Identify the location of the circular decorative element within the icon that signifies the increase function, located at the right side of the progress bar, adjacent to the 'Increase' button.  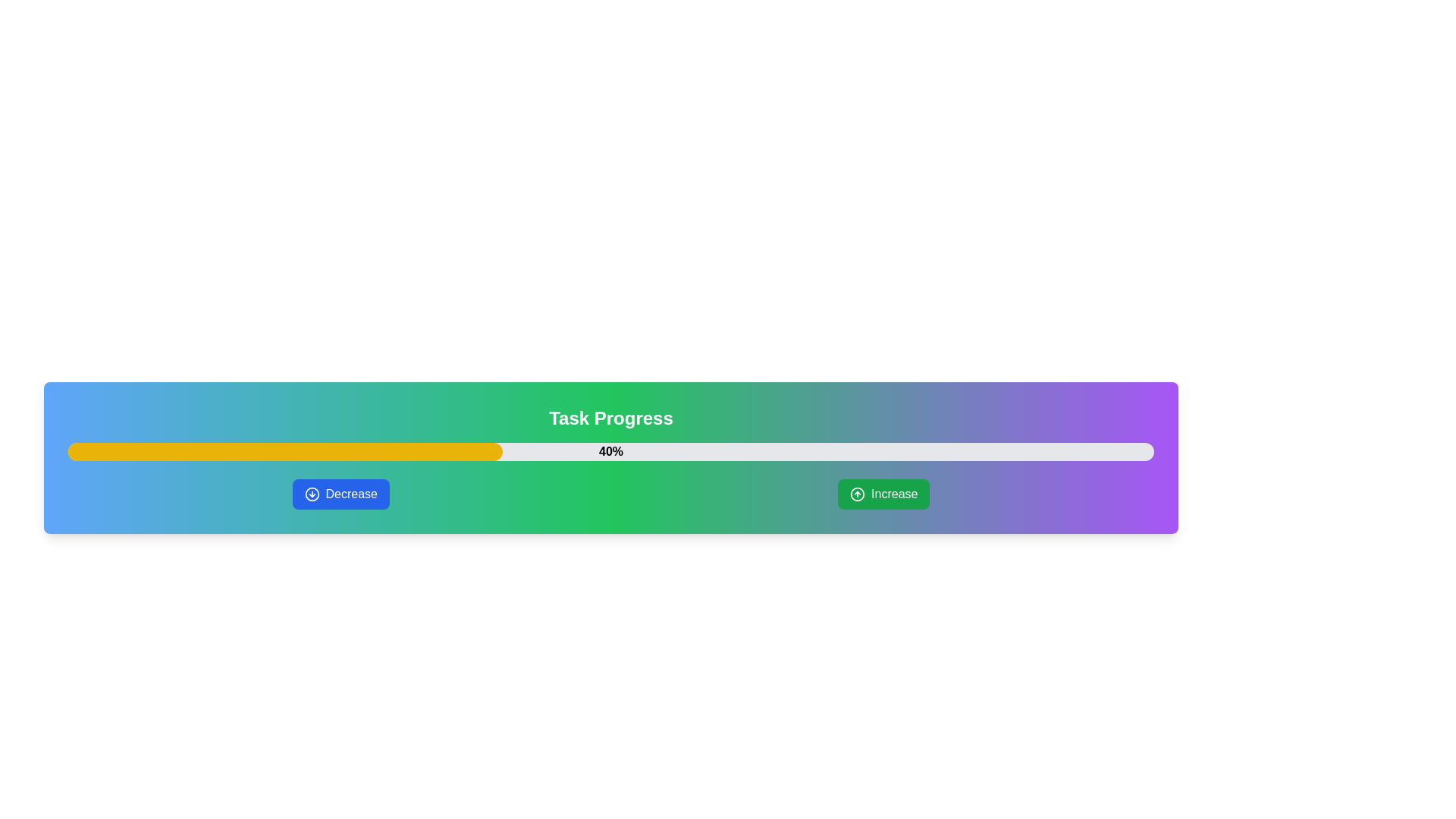
(858, 494).